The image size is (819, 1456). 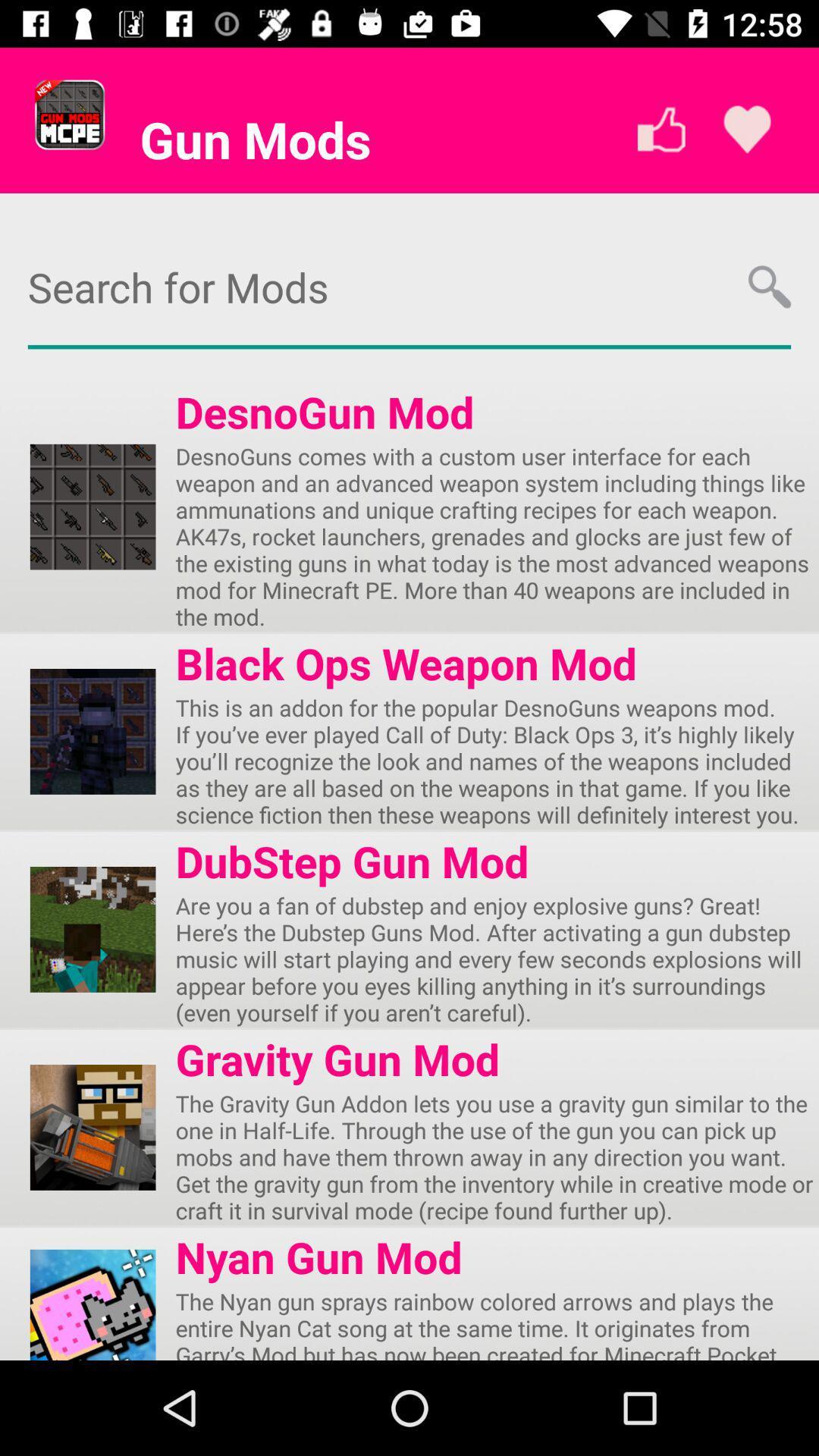 I want to click on the thumbs_up icon, so click(x=661, y=130).